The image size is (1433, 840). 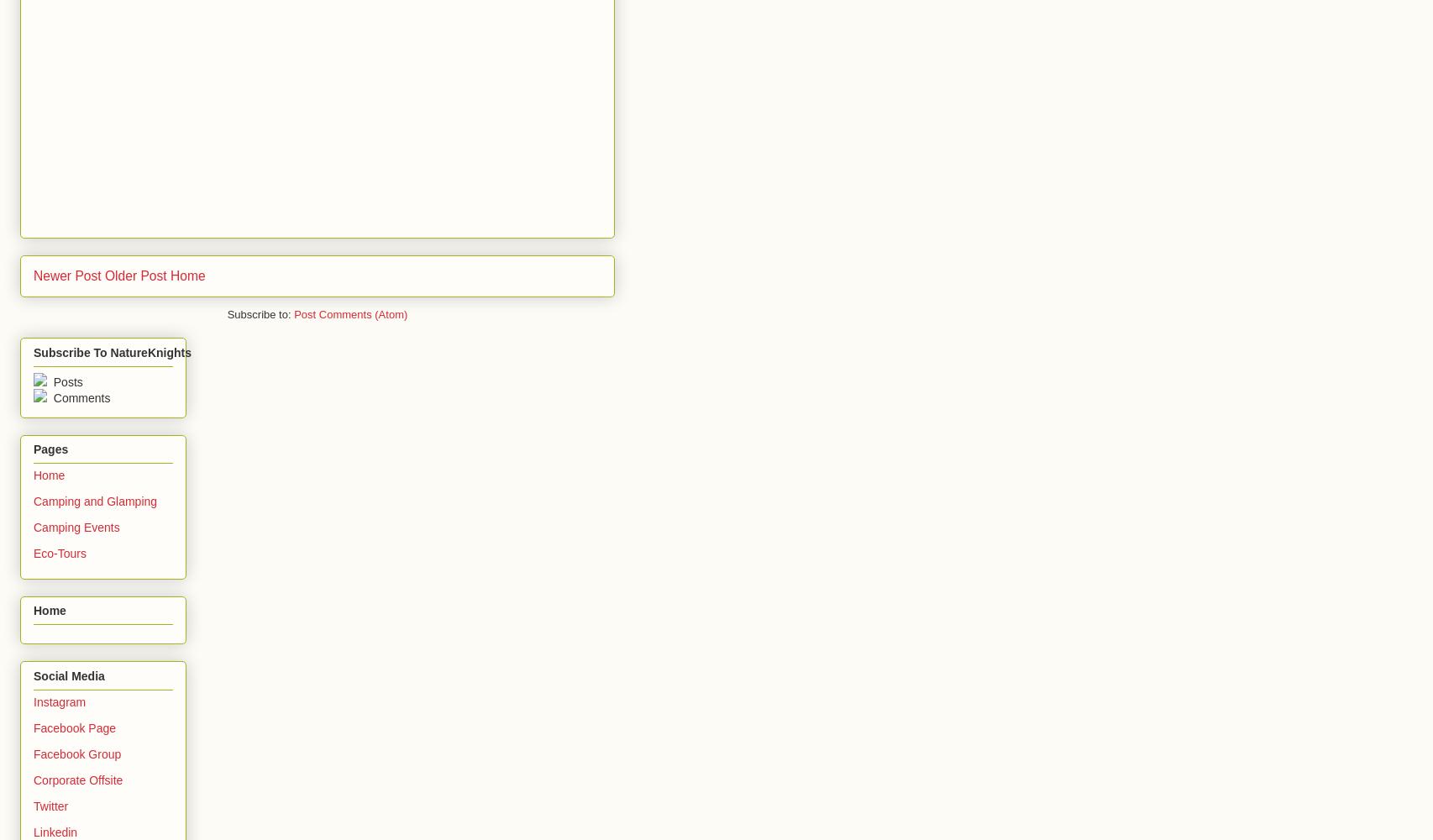 What do you see at coordinates (50, 805) in the screenshot?
I see `'Twitter'` at bounding box center [50, 805].